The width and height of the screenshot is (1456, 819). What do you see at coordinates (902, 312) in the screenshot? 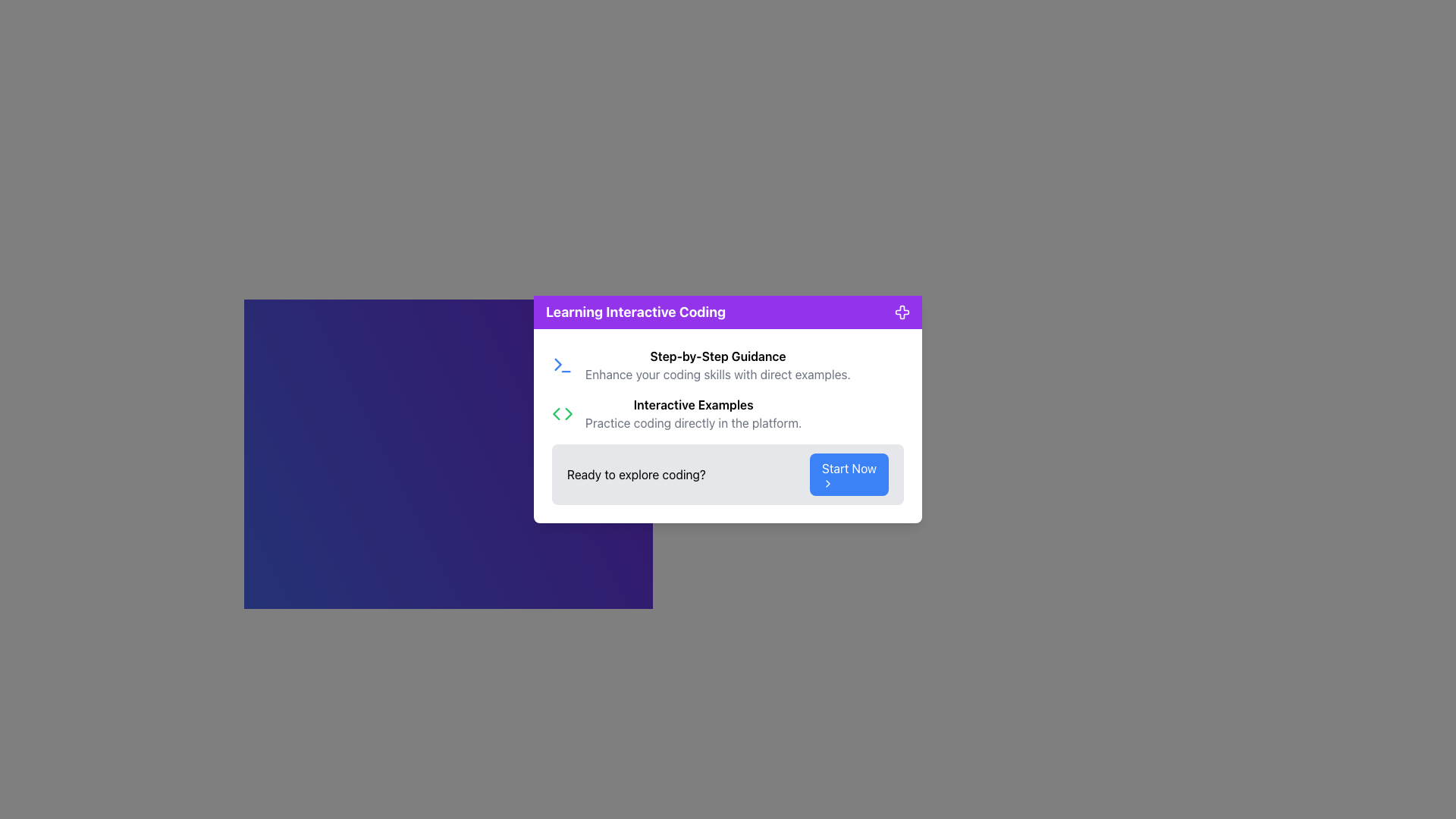
I see `the small, purple cross-shaped icon located at the far right of the purple header bar labeled 'Learning Interactive Coding'` at bounding box center [902, 312].